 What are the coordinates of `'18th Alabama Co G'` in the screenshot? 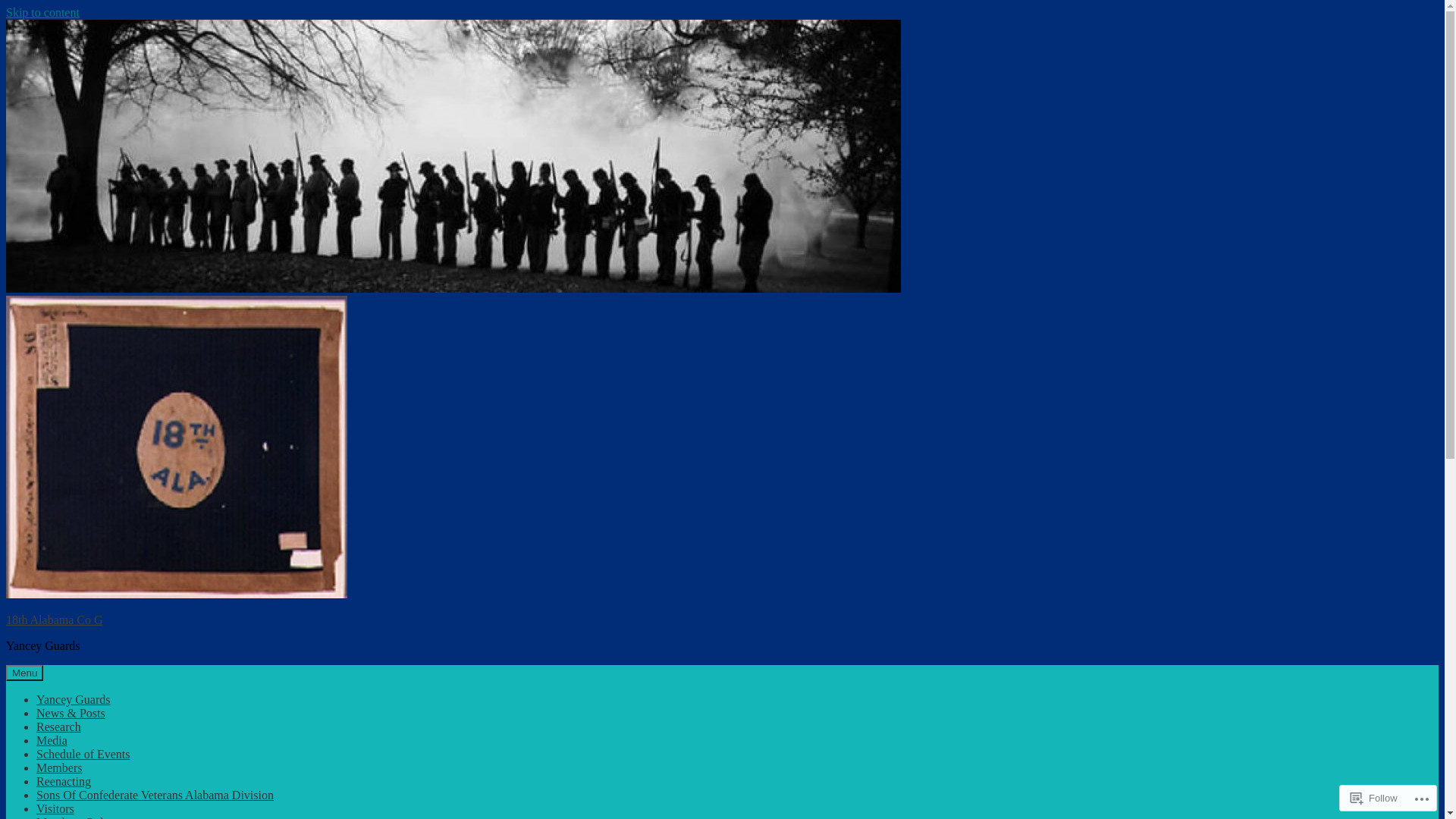 It's located at (6, 620).